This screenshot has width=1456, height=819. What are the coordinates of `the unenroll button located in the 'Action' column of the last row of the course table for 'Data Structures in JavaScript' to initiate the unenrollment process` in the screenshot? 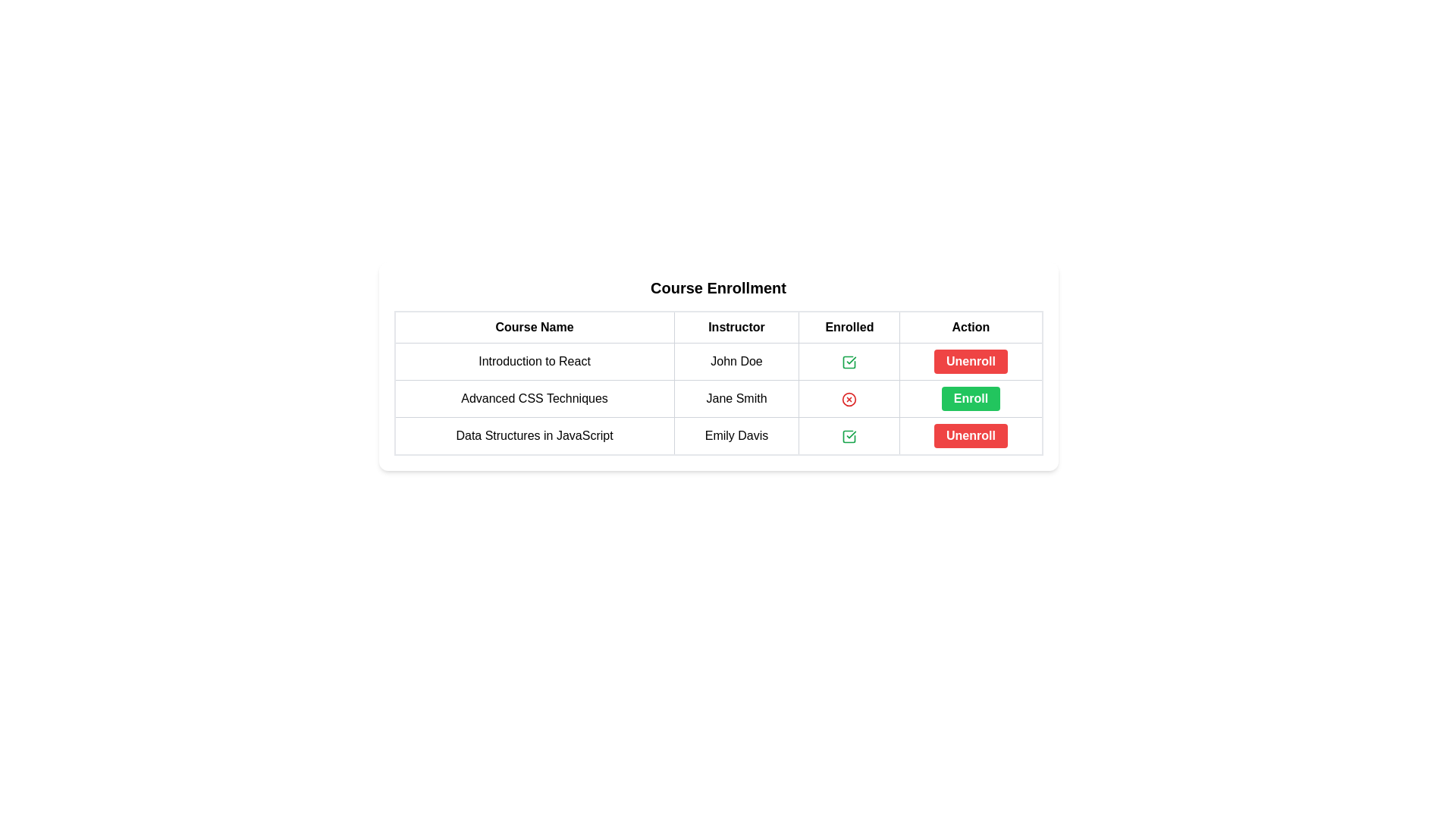 It's located at (971, 436).